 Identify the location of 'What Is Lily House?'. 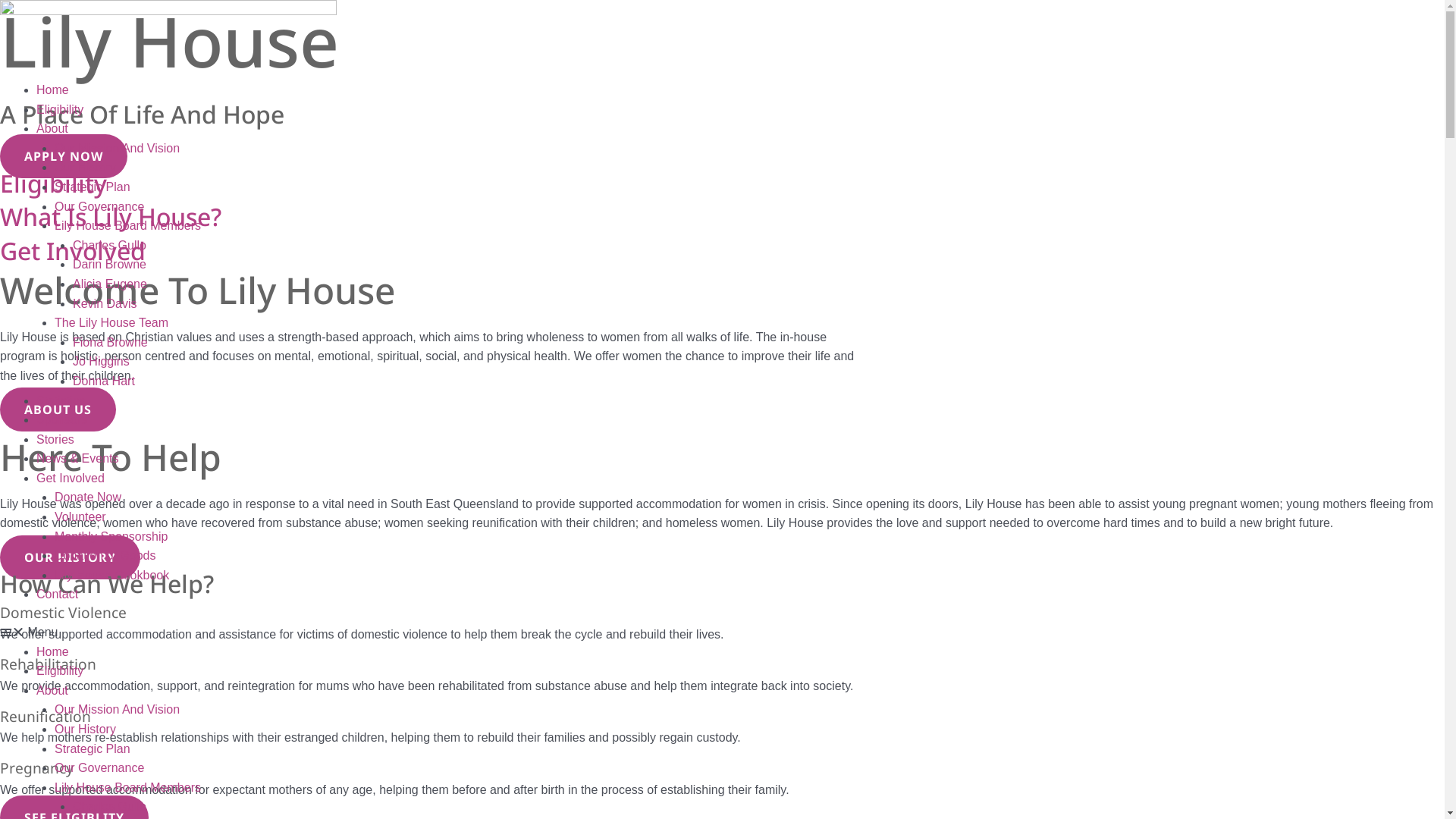
(109, 216).